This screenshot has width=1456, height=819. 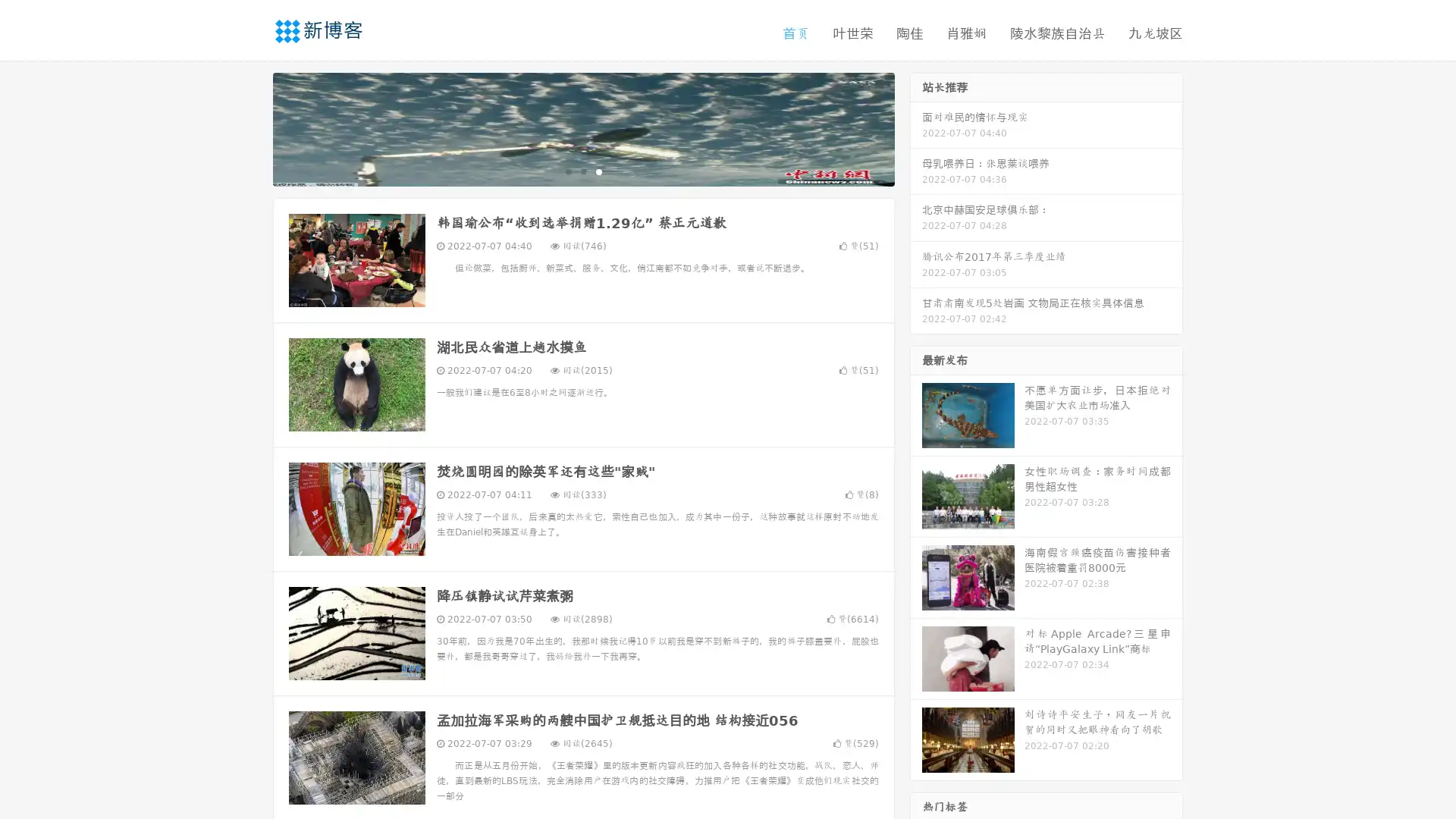 I want to click on Go to slide 3, so click(x=598, y=171).